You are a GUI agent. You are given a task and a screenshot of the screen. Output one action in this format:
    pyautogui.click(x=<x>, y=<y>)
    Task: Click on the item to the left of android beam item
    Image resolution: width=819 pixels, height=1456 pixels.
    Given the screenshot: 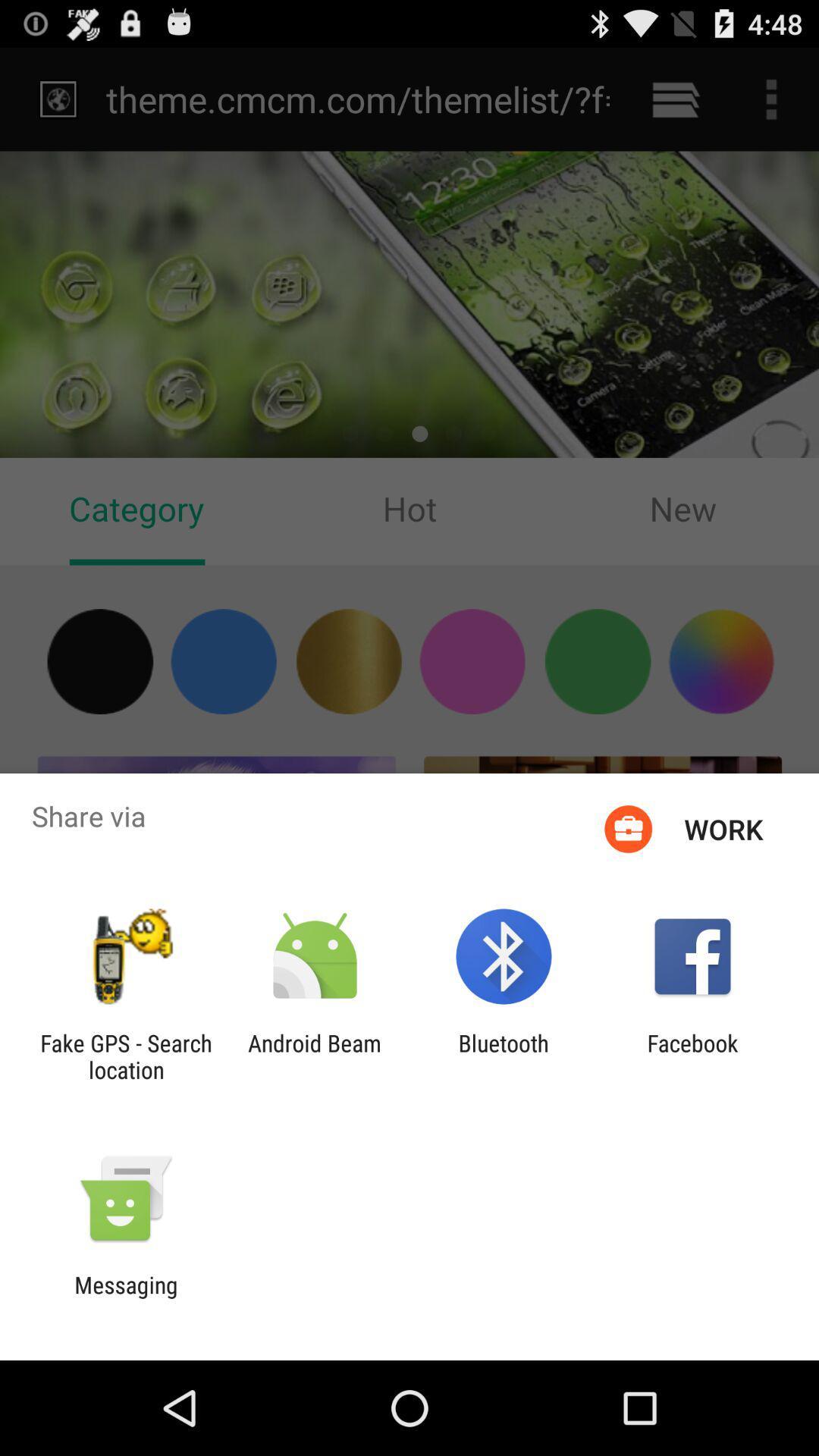 What is the action you would take?
    pyautogui.click(x=125, y=1056)
    